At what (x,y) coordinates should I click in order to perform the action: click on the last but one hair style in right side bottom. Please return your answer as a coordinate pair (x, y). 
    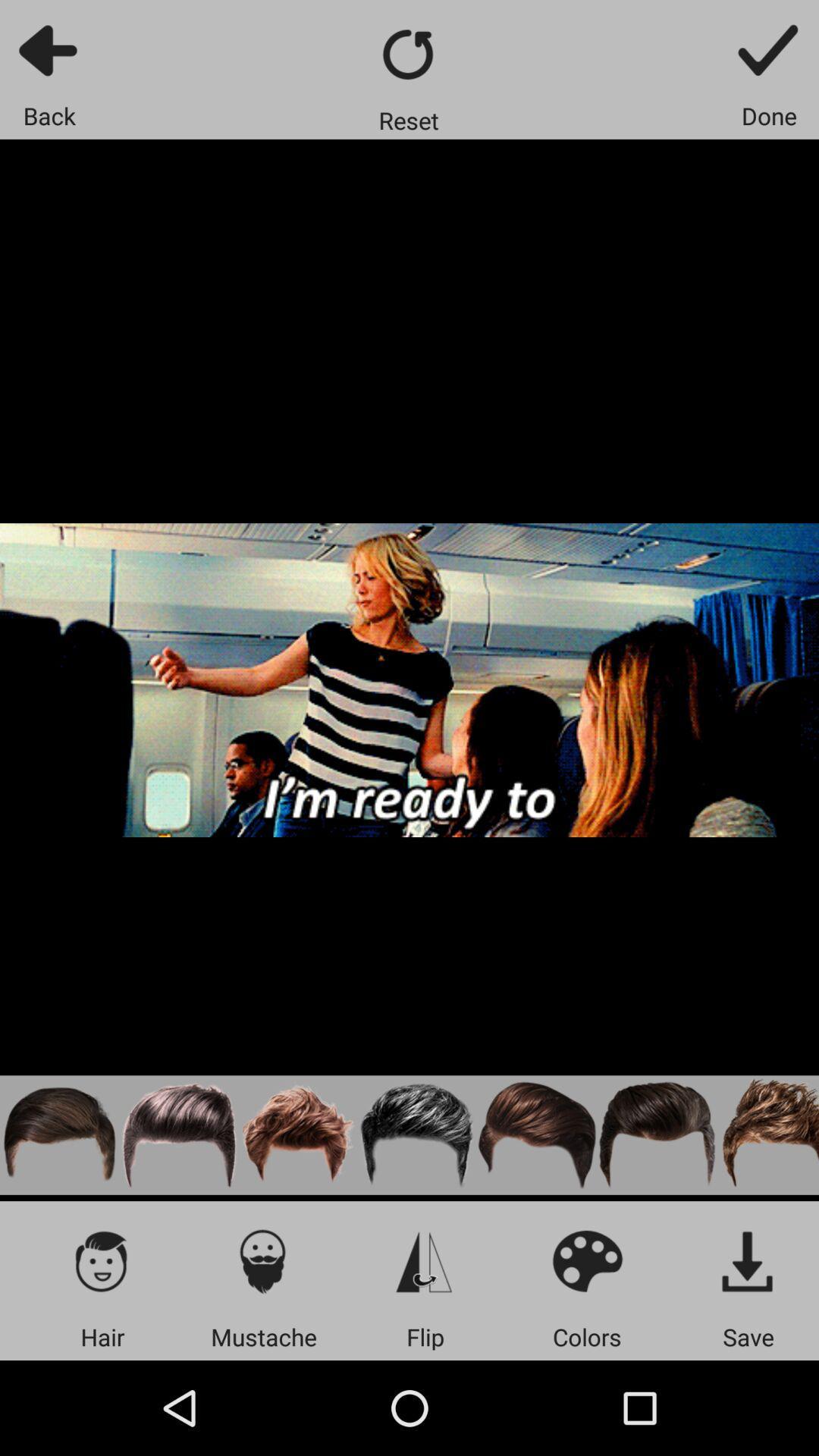
    Looking at the image, I should click on (656, 1135).